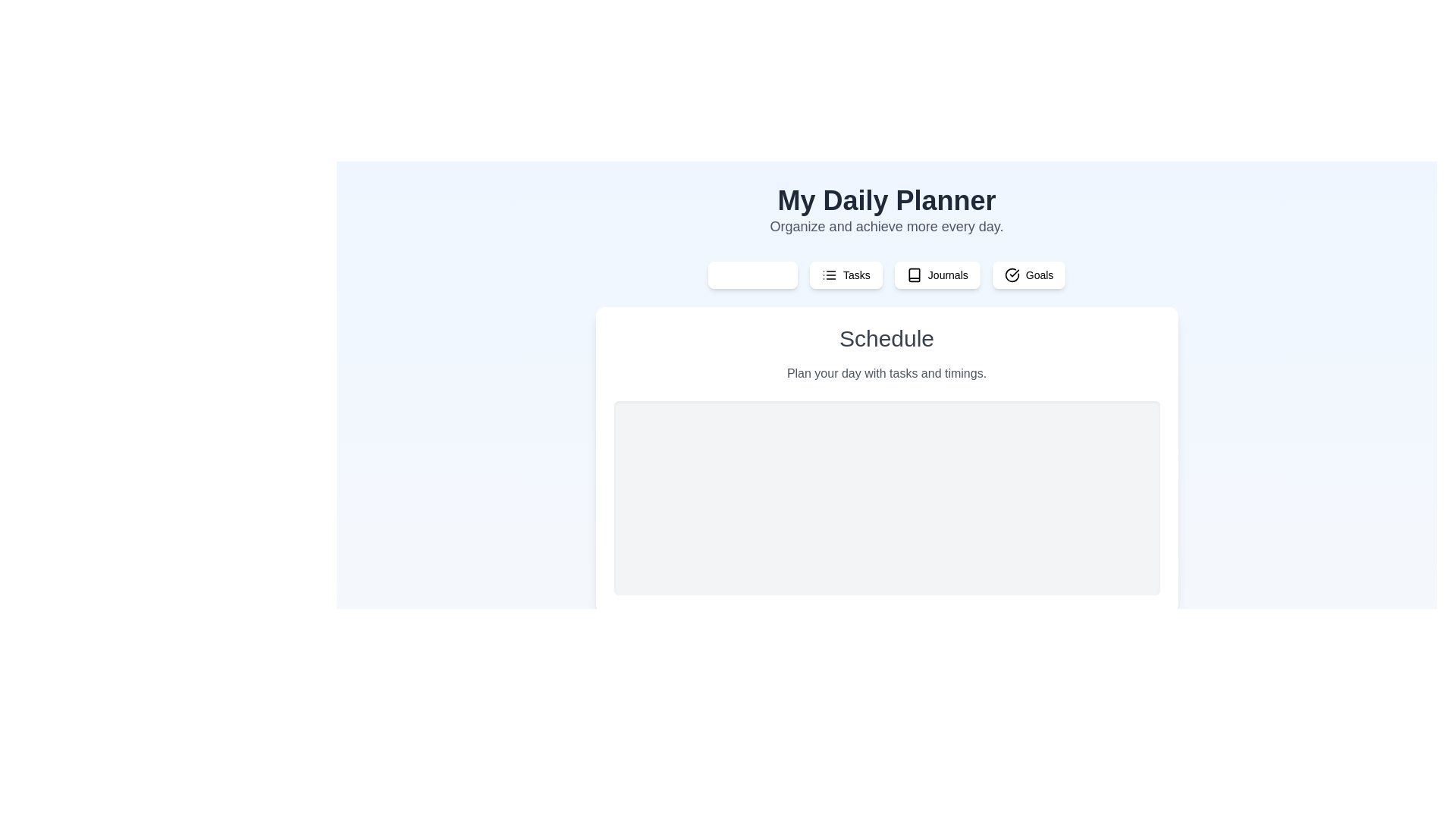 The height and width of the screenshot is (819, 1456). I want to click on the tab labeled Schedule, so click(752, 275).